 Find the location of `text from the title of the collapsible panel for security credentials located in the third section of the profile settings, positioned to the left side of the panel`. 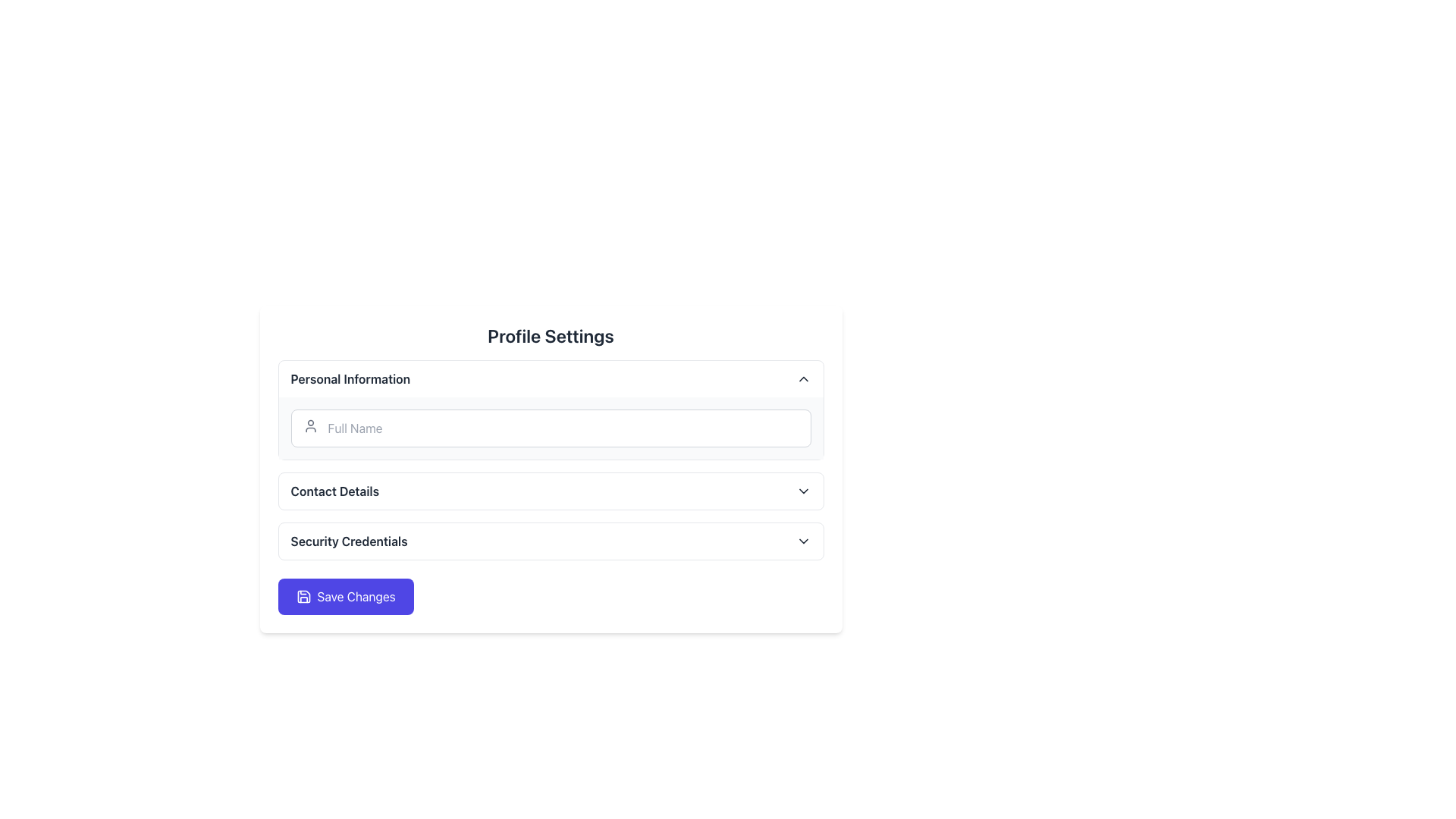

text from the title of the collapsible panel for security credentials located in the third section of the profile settings, positioned to the left side of the panel is located at coordinates (348, 540).